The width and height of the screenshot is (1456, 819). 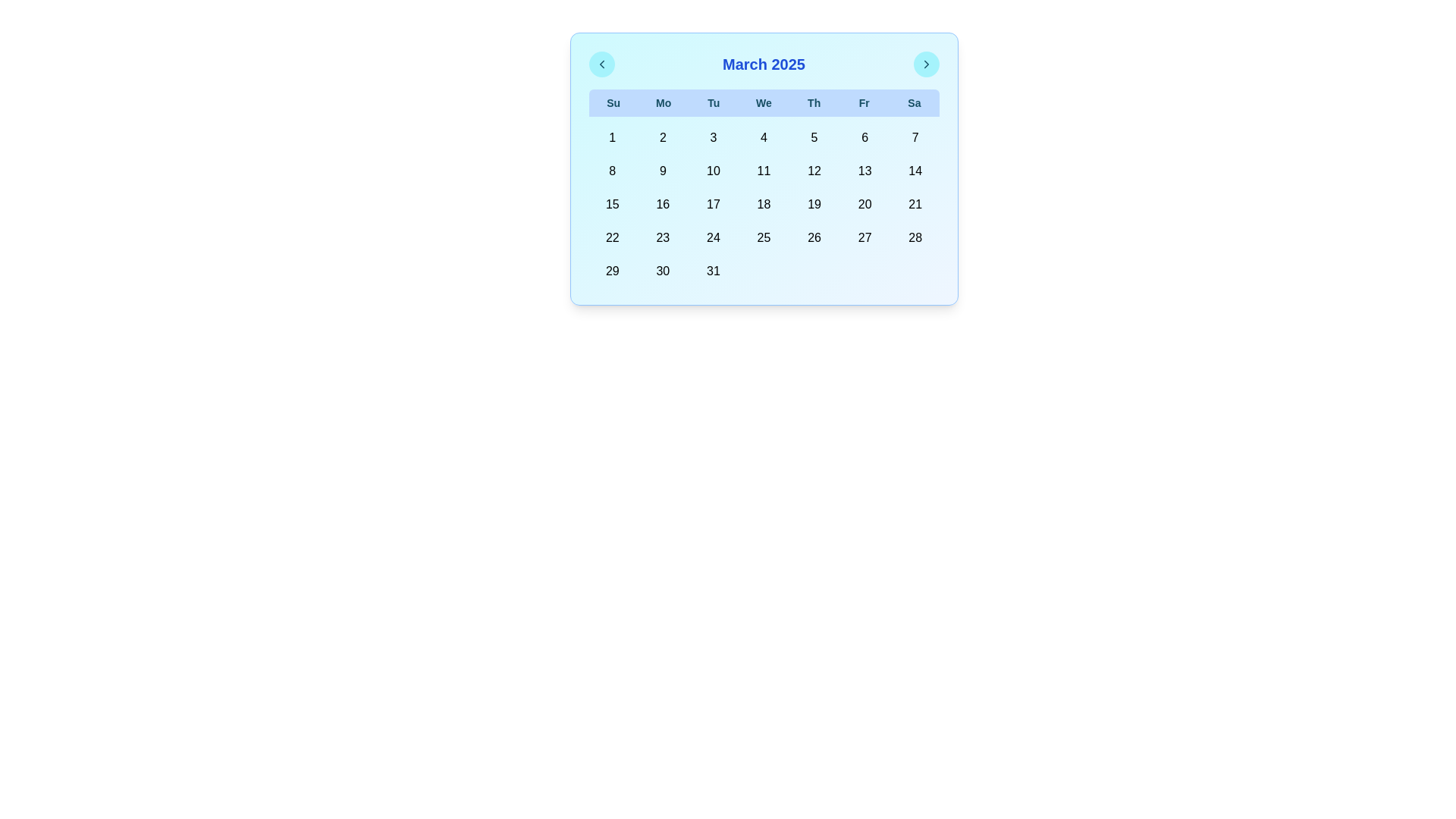 What do you see at coordinates (663, 205) in the screenshot?
I see `the calendar date button displaying '16' in the third row and second column of the grid layout` at bounding box center [663, 205].